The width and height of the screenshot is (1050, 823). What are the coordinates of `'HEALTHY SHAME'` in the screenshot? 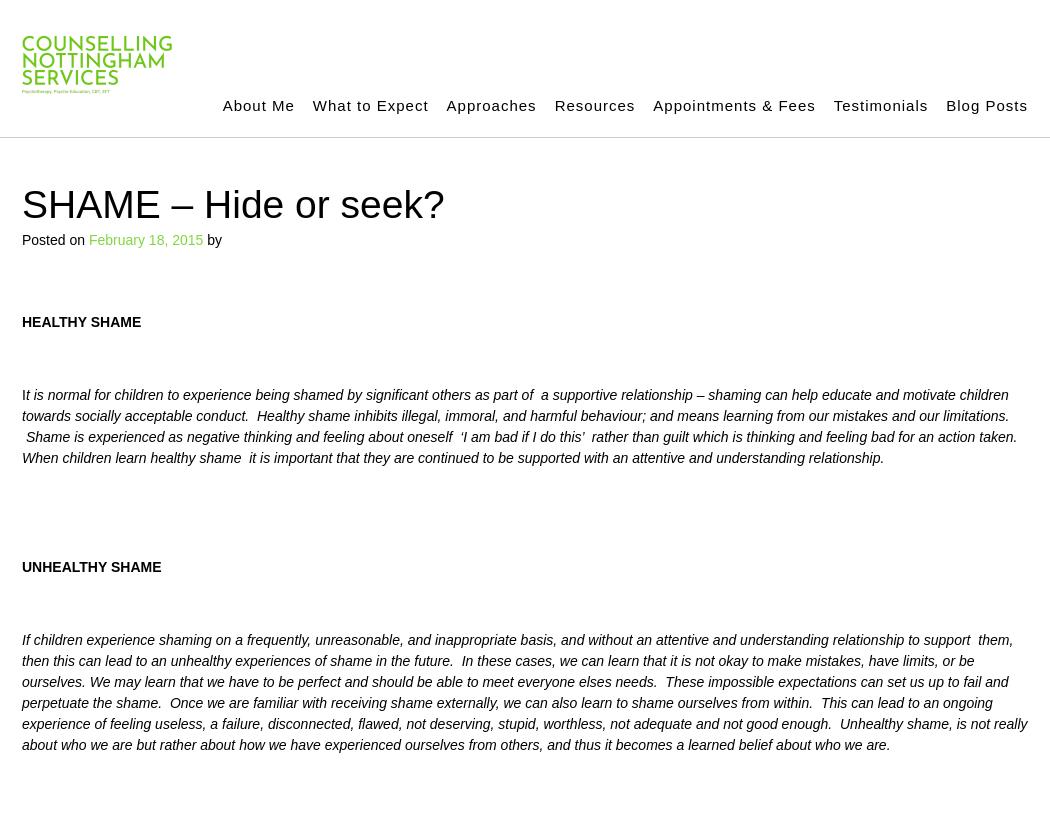 It's located at (81, 321).